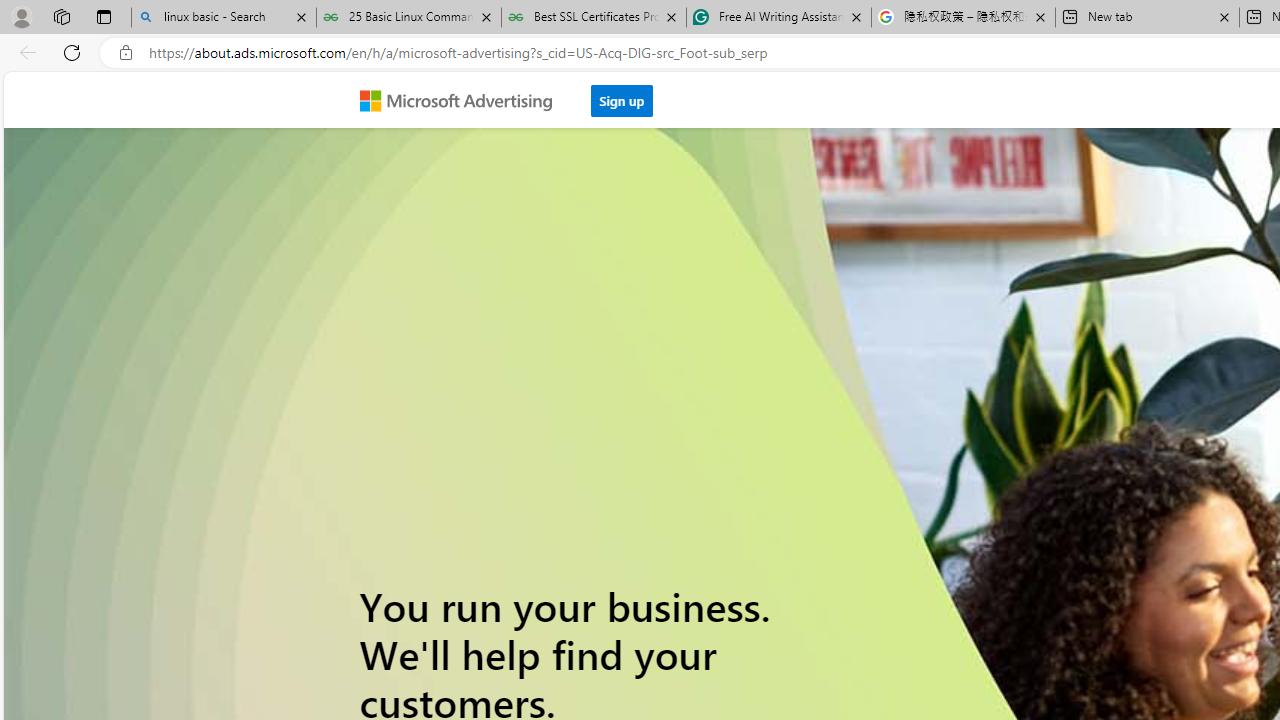  I want to click on 'Sign up', so click(621, 95).